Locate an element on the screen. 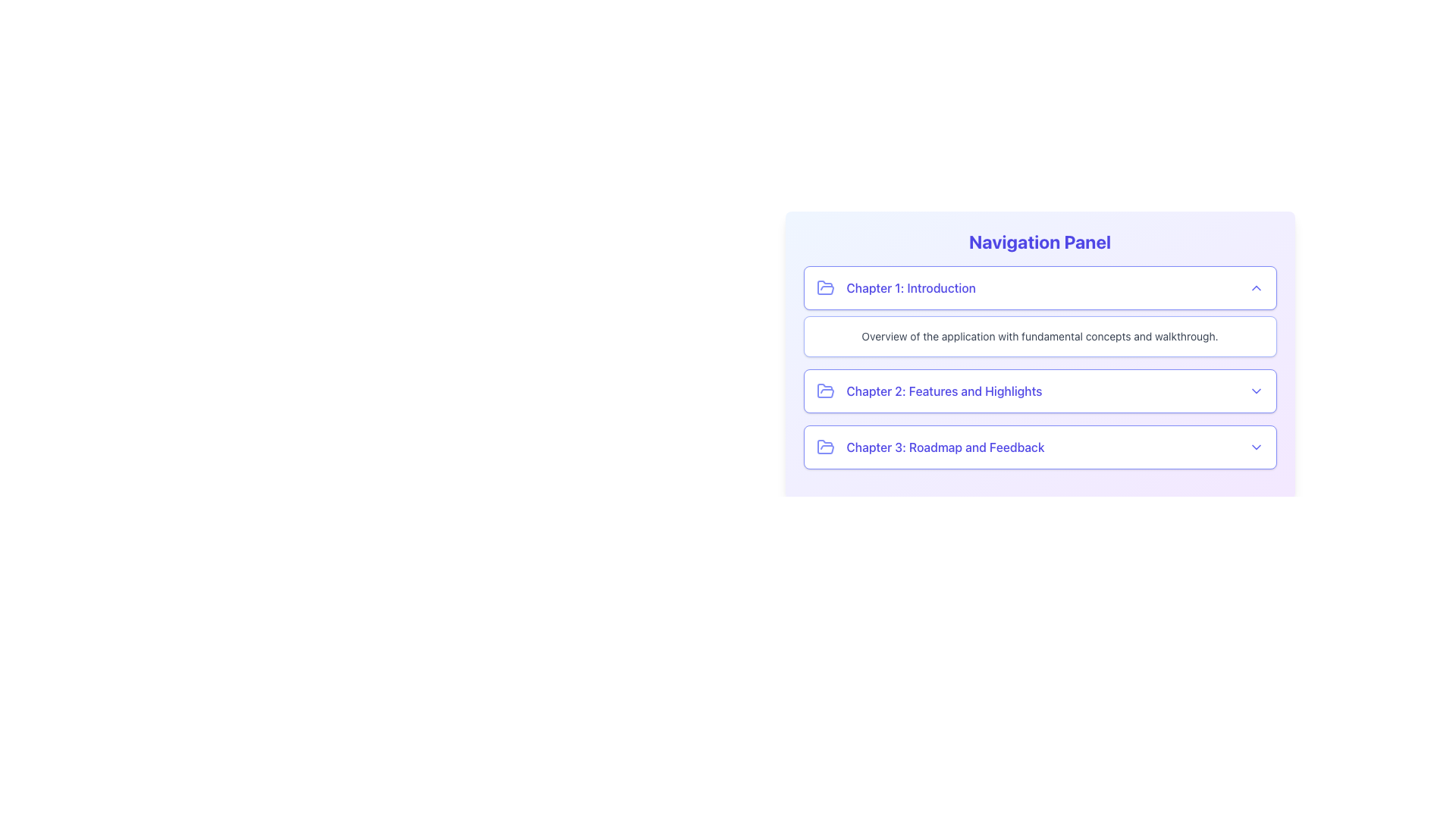  the folder icon representing 'Chapter 3: Roadmap and Feedback' located in the navigation panel to the left of the section title is located at coordinates (824, 446).